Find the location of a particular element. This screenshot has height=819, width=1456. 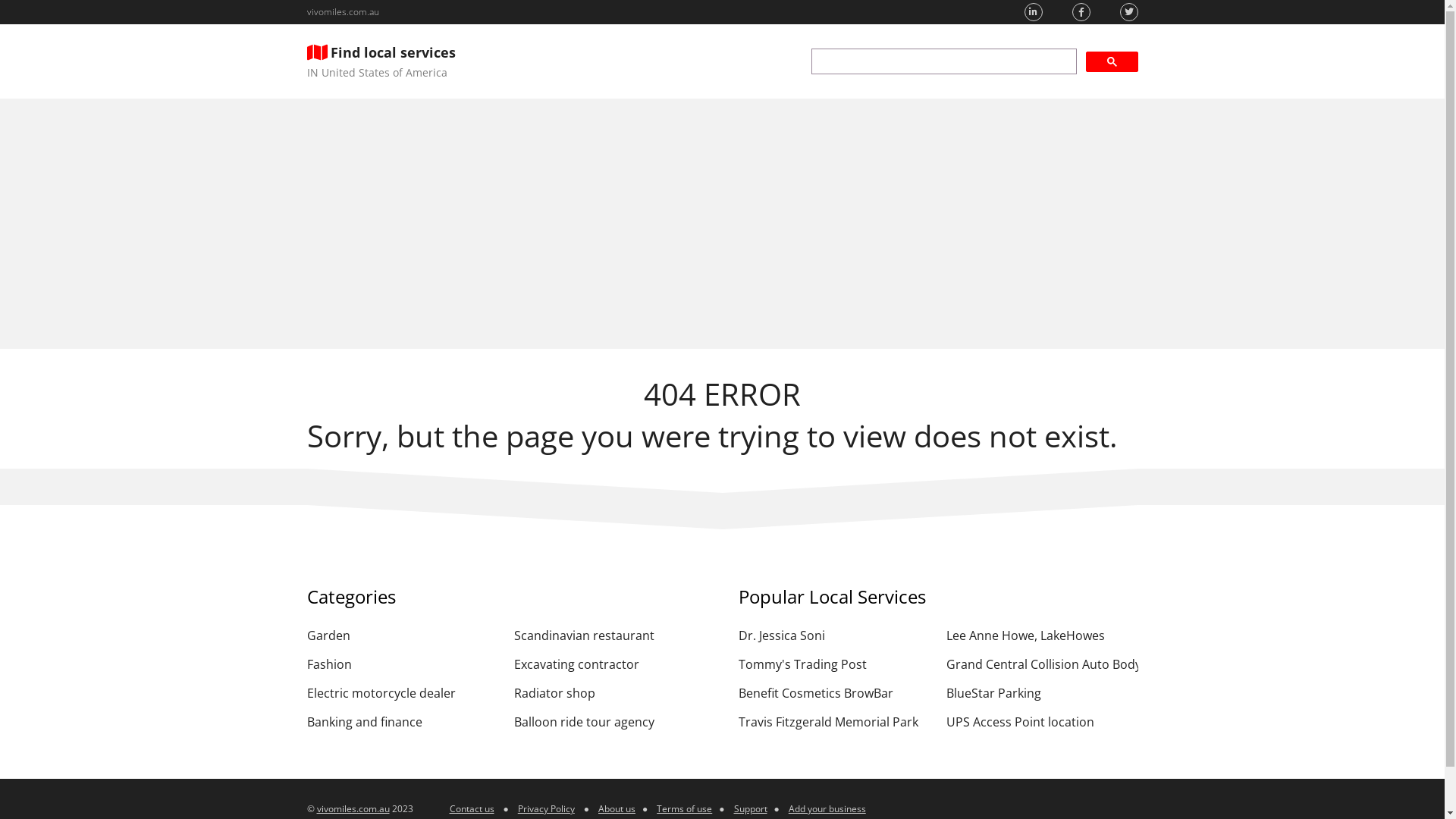

'Travis Fitzgerald Memorial Park' is located at coordinates (833, 721).